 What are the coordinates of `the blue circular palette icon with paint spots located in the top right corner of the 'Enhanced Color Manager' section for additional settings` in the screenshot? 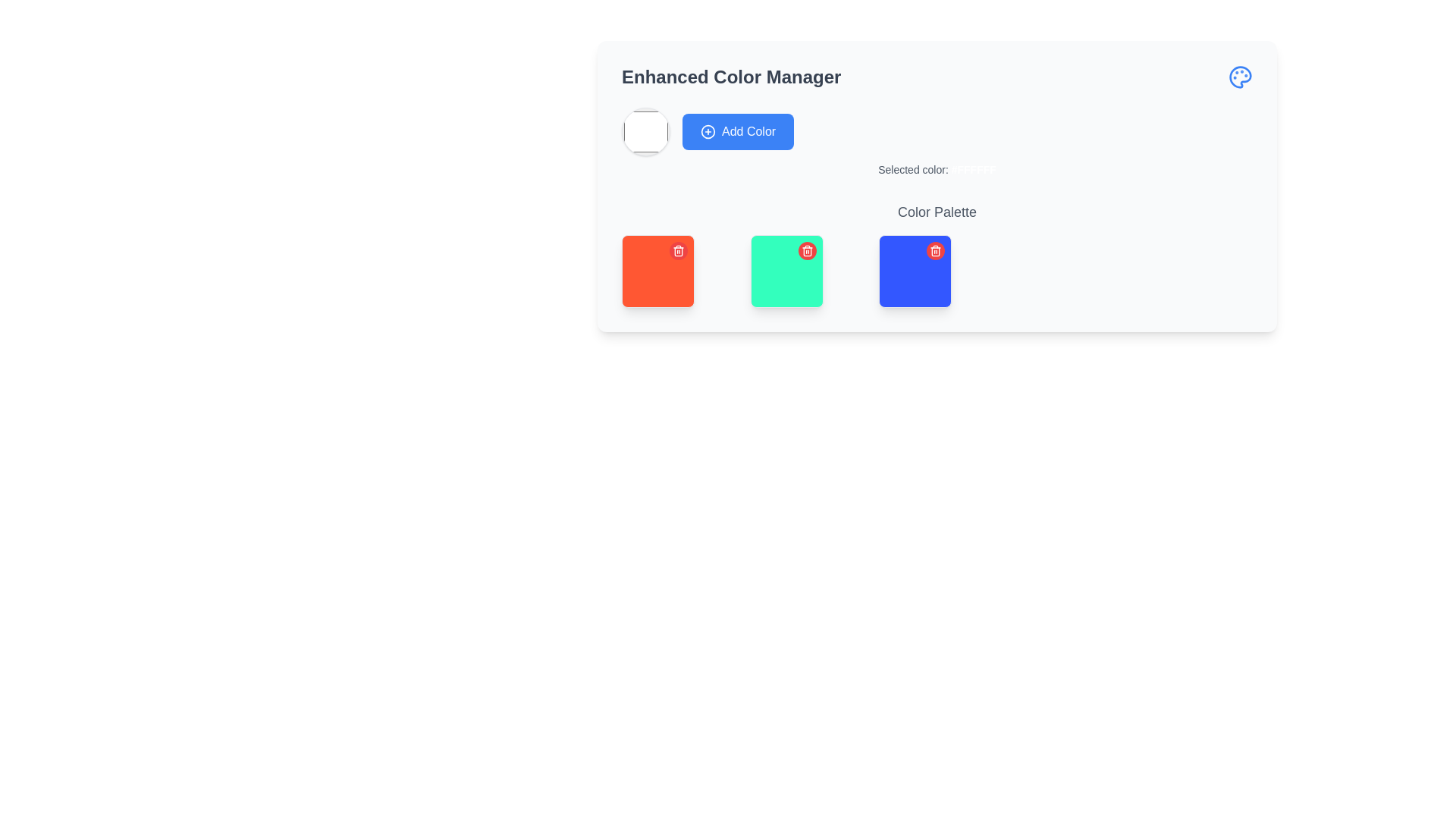 It's located at (1241, 77).